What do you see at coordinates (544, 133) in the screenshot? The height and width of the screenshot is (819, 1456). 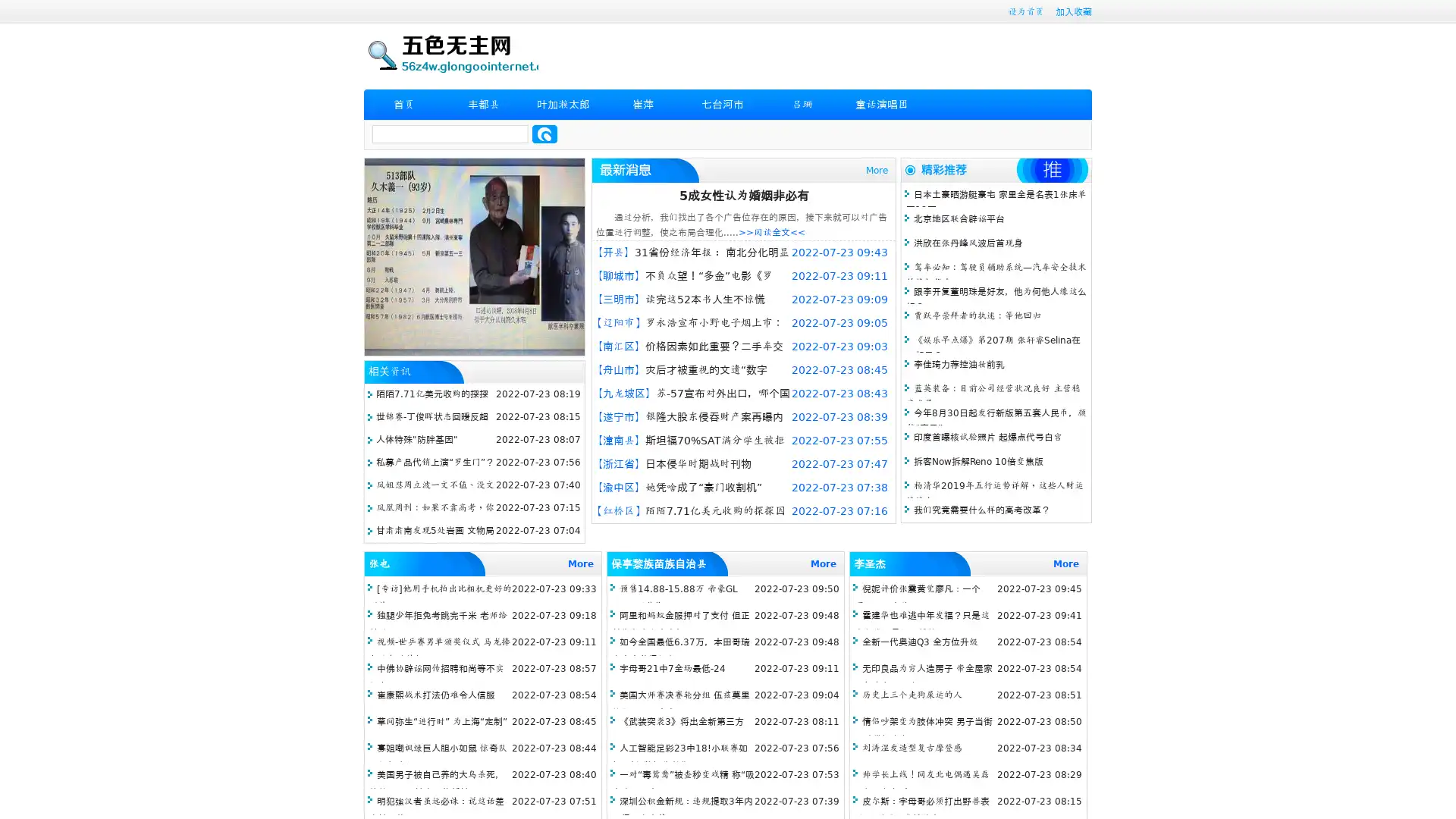 I see `Search` at bounding box center [544, 133].